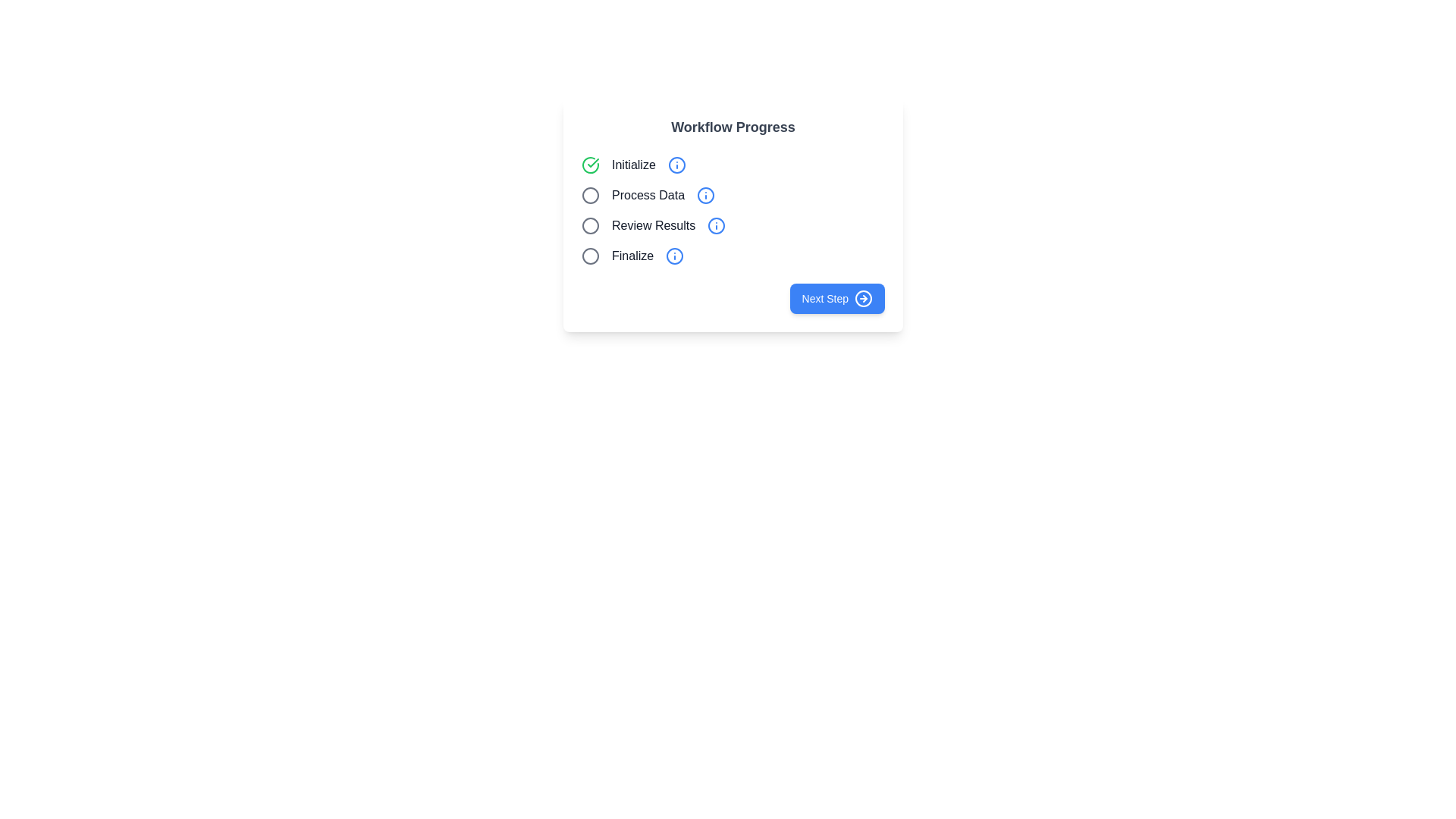 This screenshot has height=819, width=1456. I want to click on the information icons located within the Progress Tracker of the 'Workflow Progress' panel, so click(733, 210).